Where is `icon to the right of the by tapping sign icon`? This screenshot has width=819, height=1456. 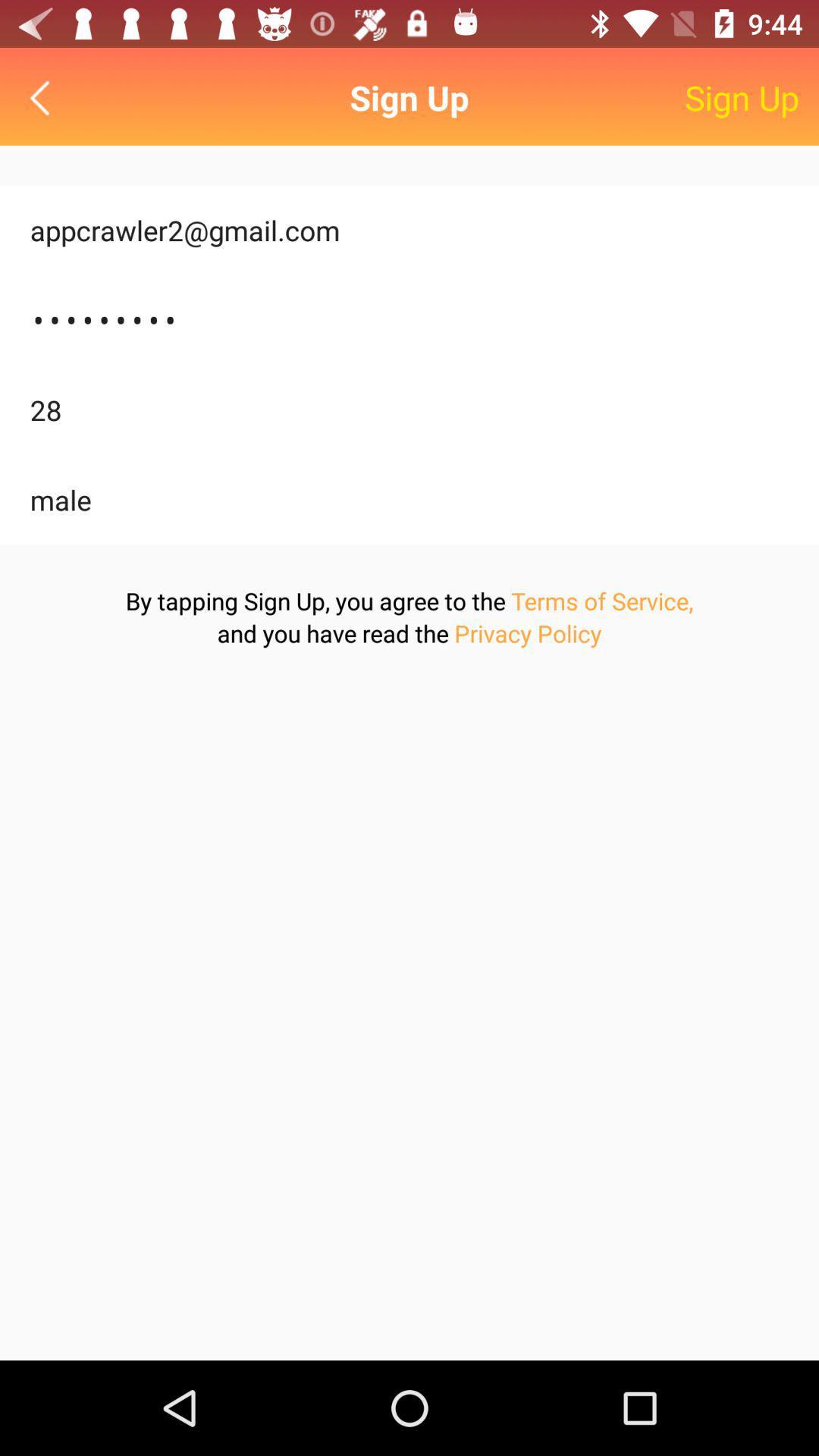
icon to the right of the by tapping sign icon is located at coordinates (601, 600).